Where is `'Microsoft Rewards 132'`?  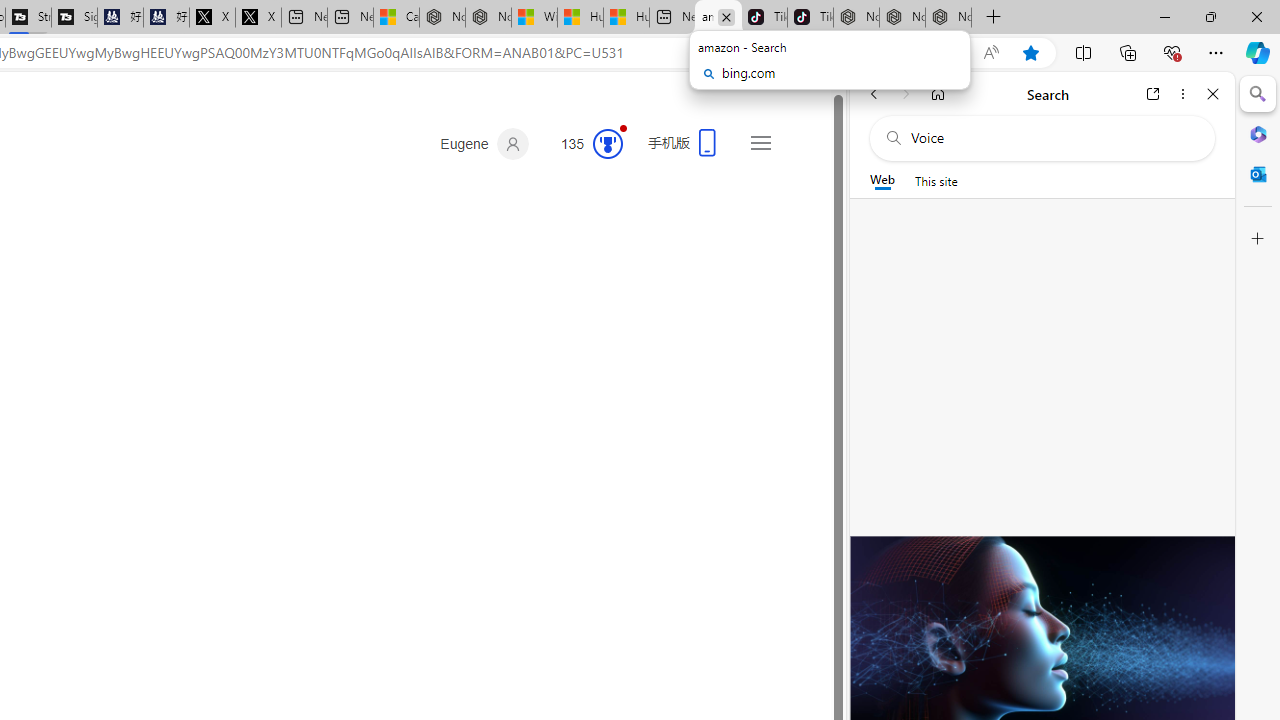
'Microsoft Rewards 132' is located at coordinates (583, 143).